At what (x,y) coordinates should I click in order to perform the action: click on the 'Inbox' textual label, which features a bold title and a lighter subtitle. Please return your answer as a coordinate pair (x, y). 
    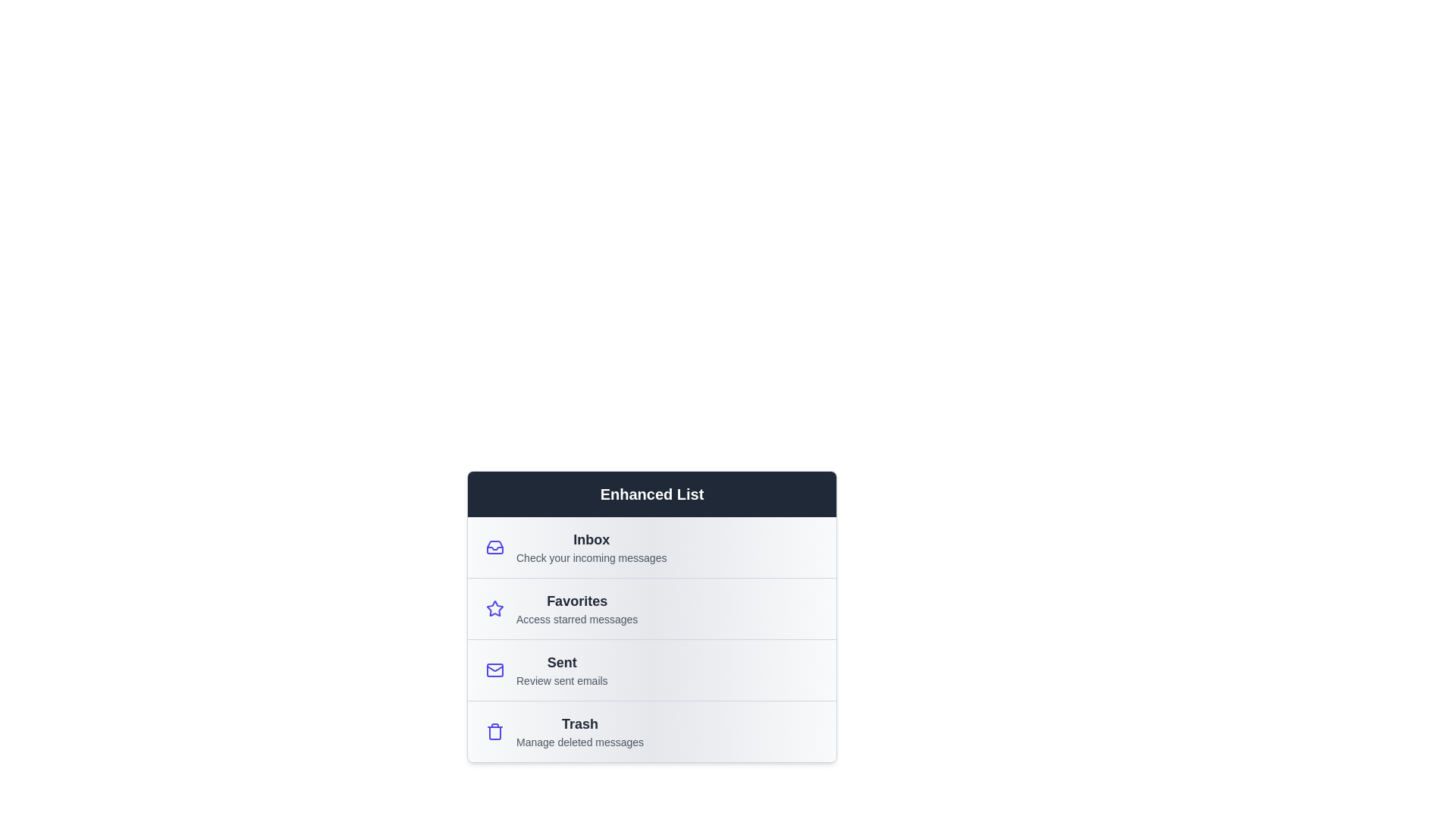
    Looking at the image, I should click on (591, 547).